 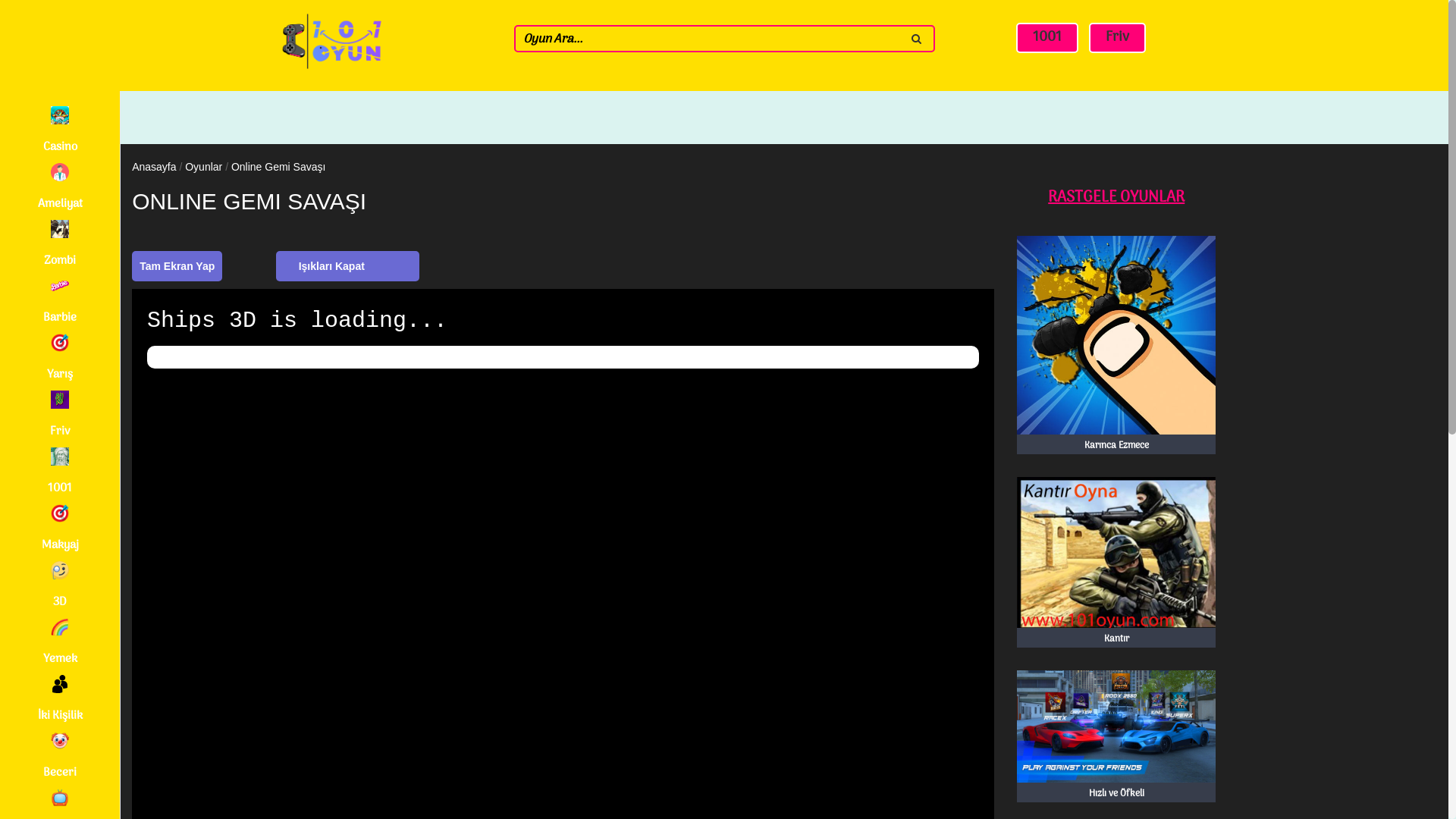 What do you see at coordinates (59, 187) in the screenshot?
I see `'Ameliyat'` at bounding box center [59, 187].